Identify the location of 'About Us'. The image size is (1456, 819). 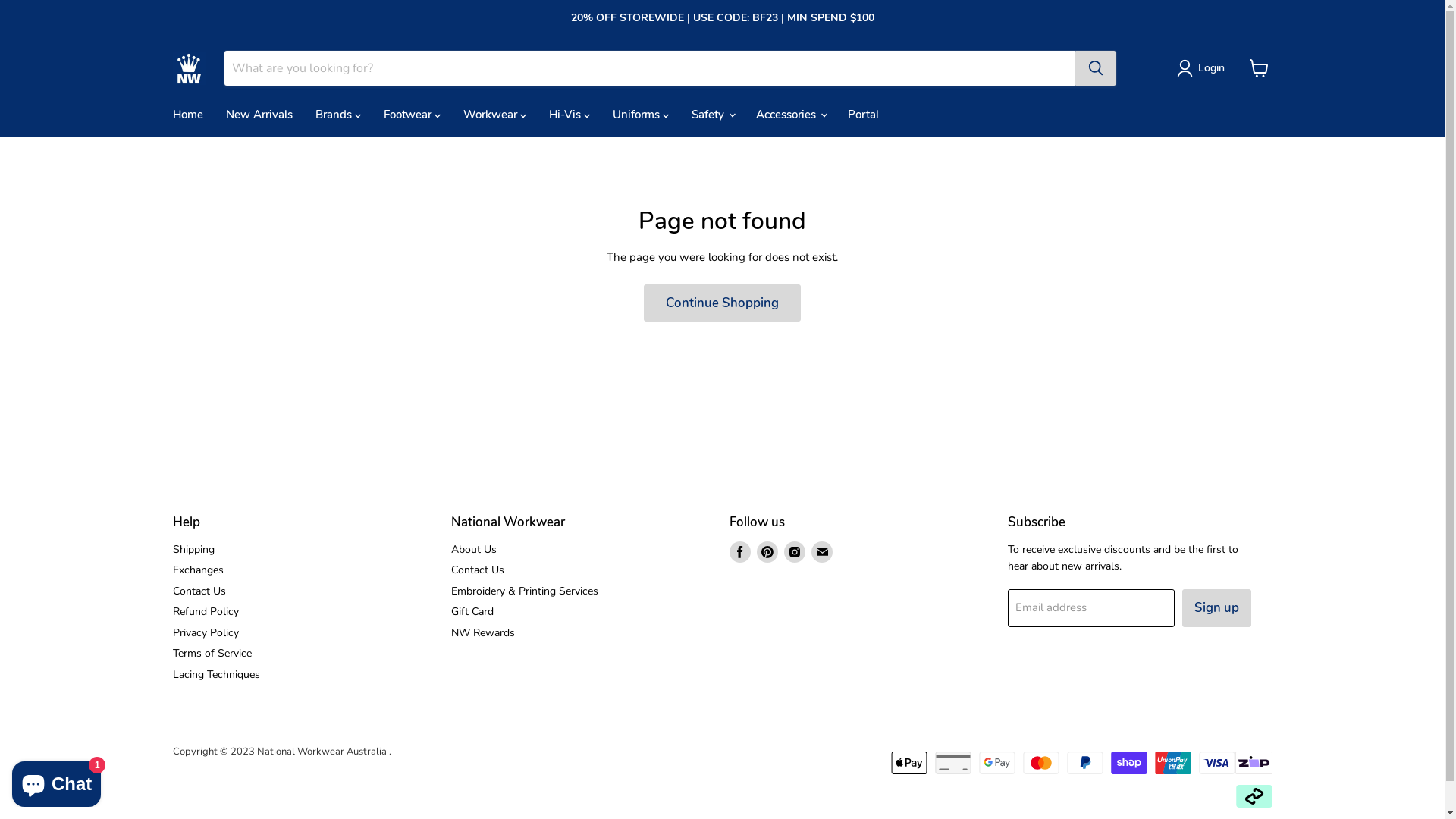
(450, 549).